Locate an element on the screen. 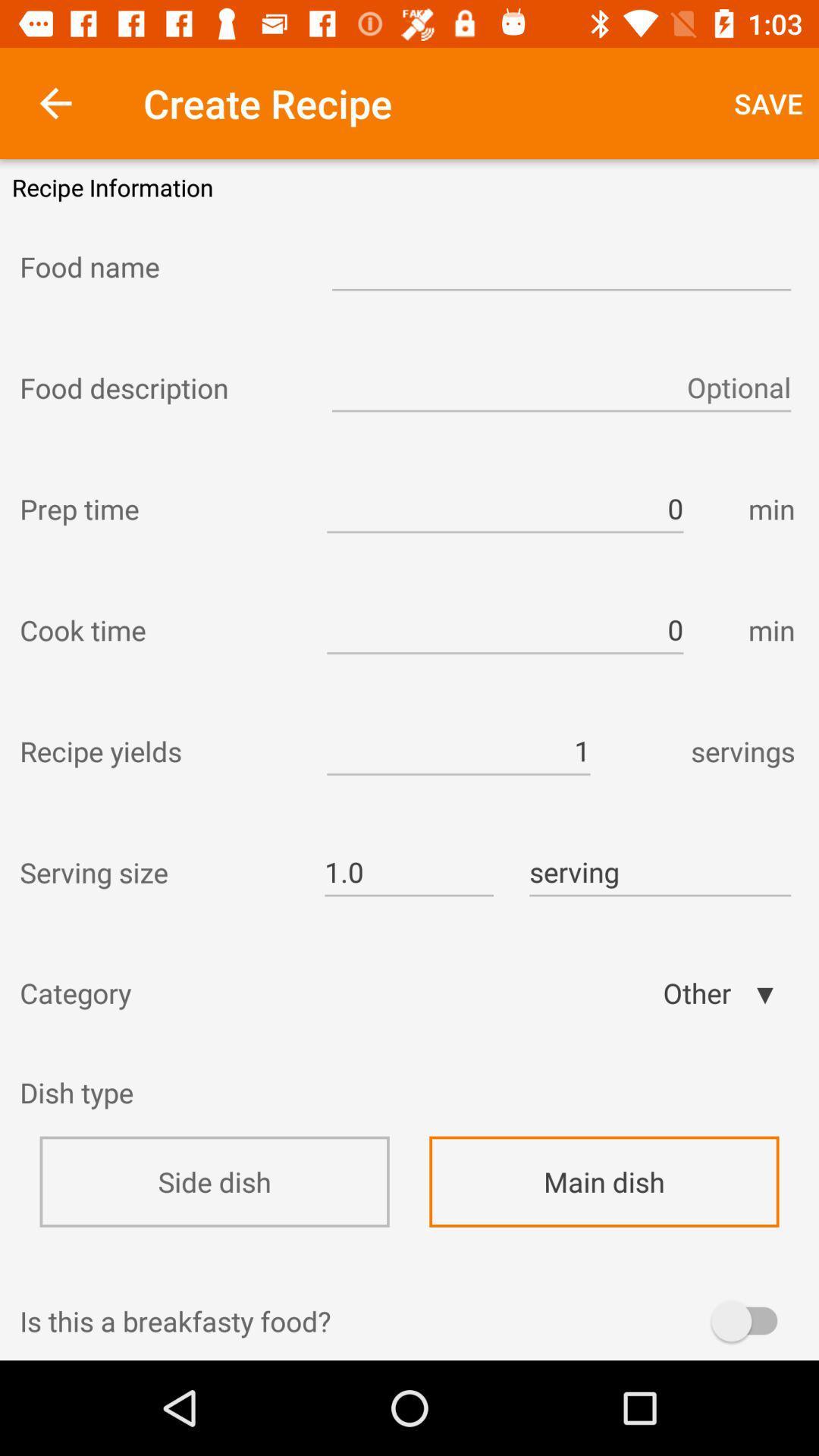 The height and width of the screenshot is (1456, 819). the item below the recipe information item is located at coordinates (162, 266).